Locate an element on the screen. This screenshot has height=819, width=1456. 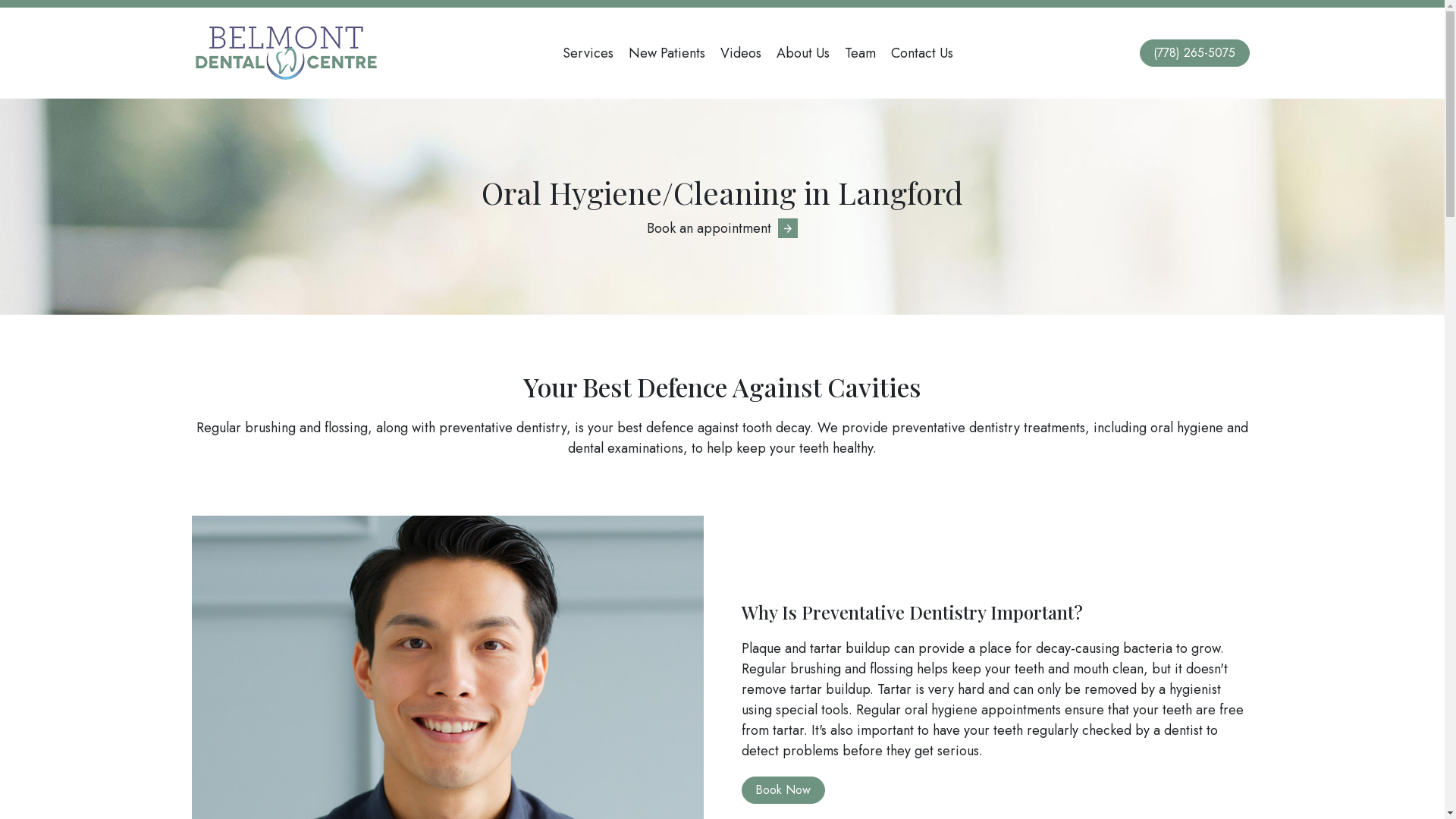
'Book an appointment' is located at coordinates (721, 227).